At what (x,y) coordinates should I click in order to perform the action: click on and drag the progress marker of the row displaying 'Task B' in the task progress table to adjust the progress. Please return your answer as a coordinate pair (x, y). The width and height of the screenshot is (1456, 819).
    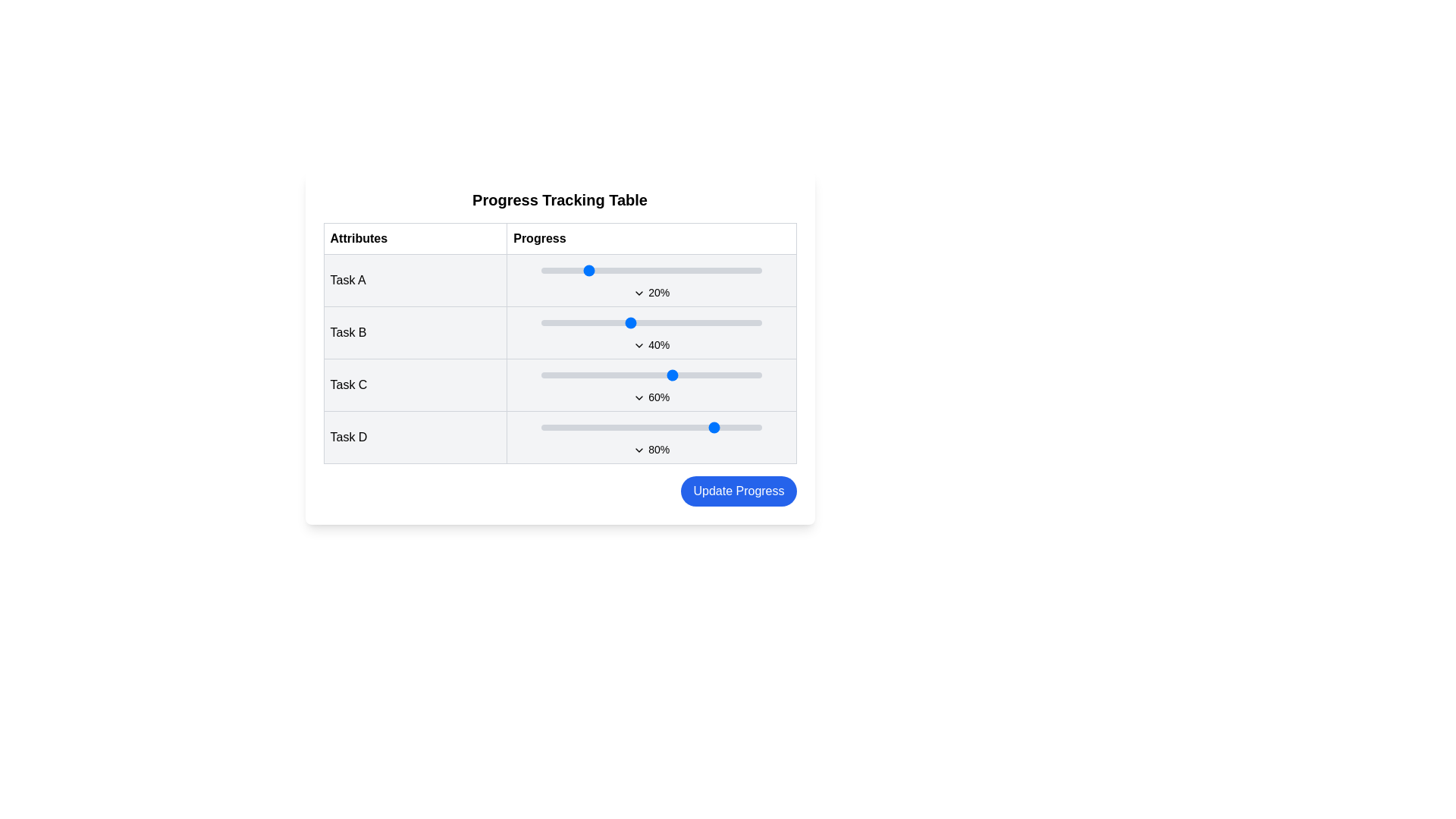
    Looking at the image, I should click on (559, 332).